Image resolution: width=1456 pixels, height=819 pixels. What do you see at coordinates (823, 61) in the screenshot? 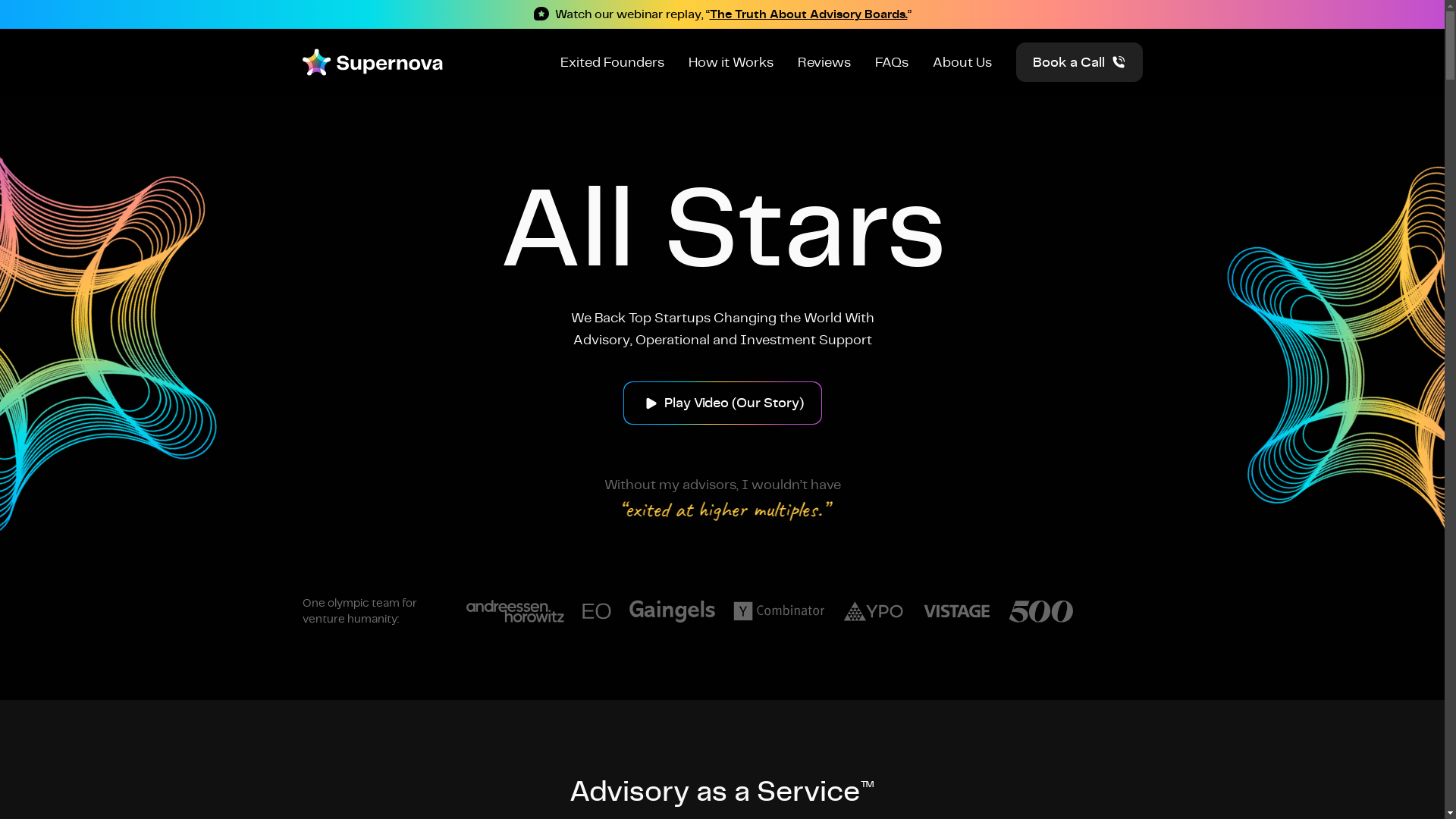
I see `'Reviews'` at bounding box center [823, 61].